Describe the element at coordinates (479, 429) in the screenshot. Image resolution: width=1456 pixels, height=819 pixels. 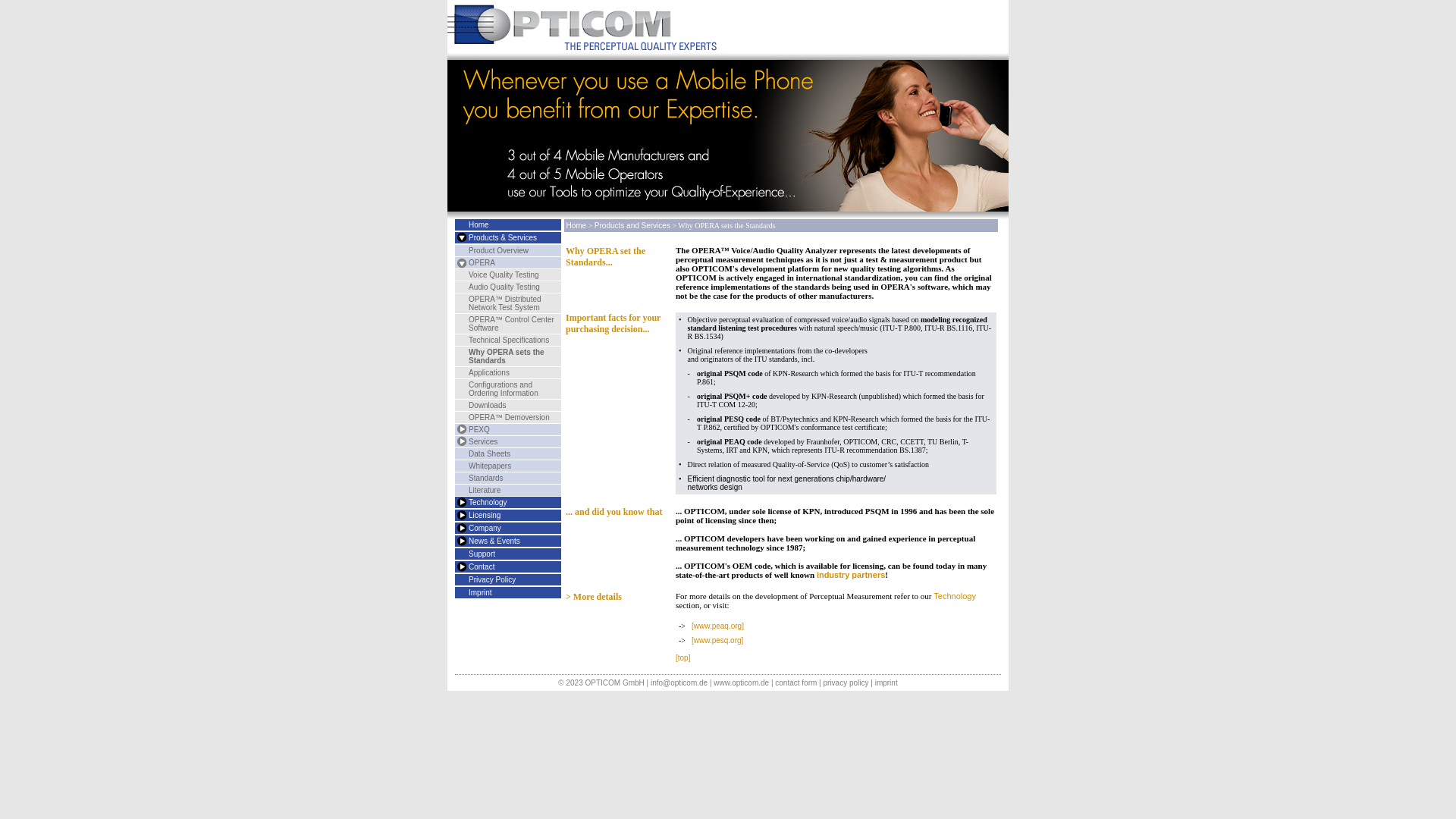
I see `'PEXQ'` at that location.